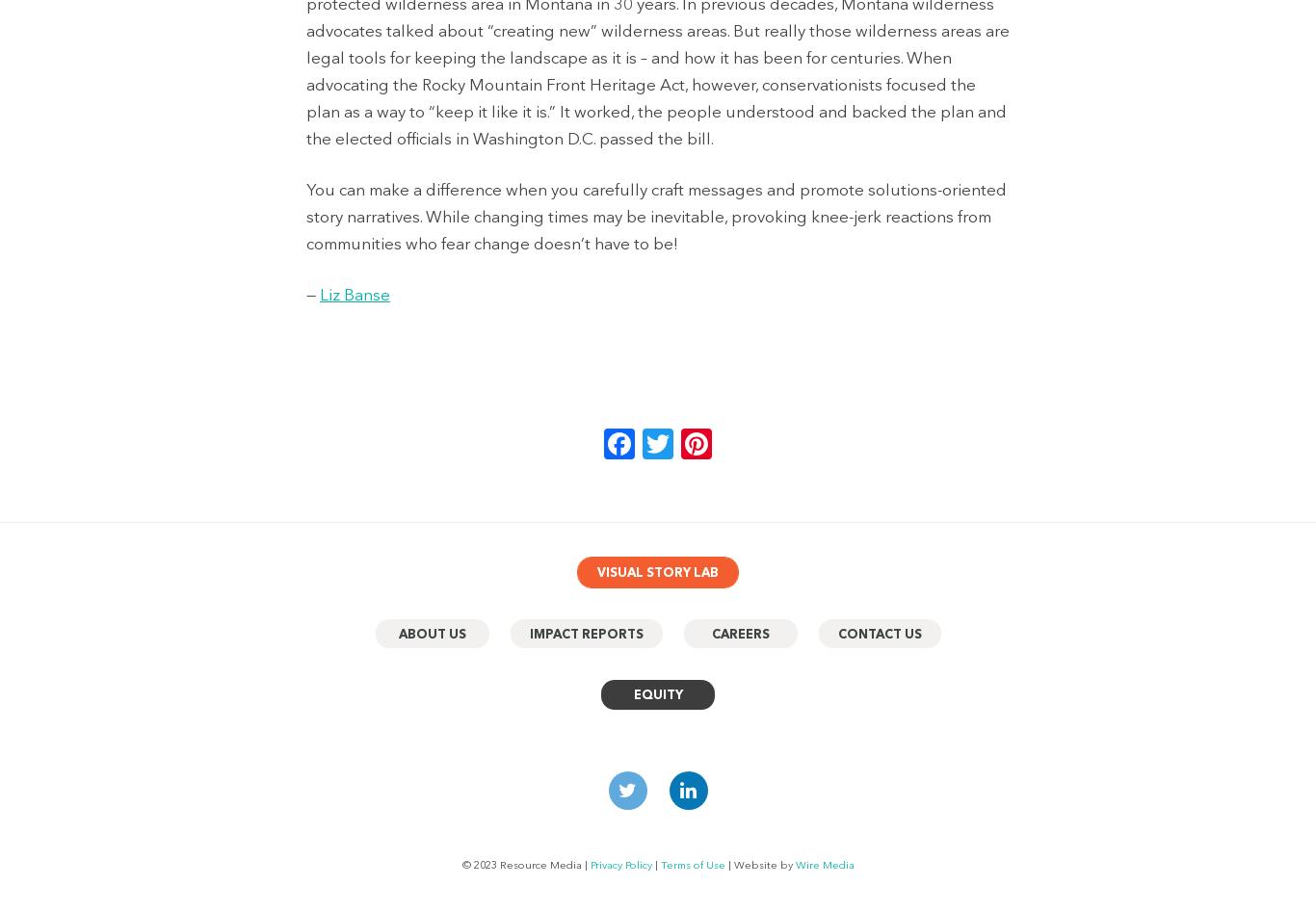  What do you see at coordinates (711, 633) in the screenshot?
I see `'Careers'` at bounding box center [711, 633].